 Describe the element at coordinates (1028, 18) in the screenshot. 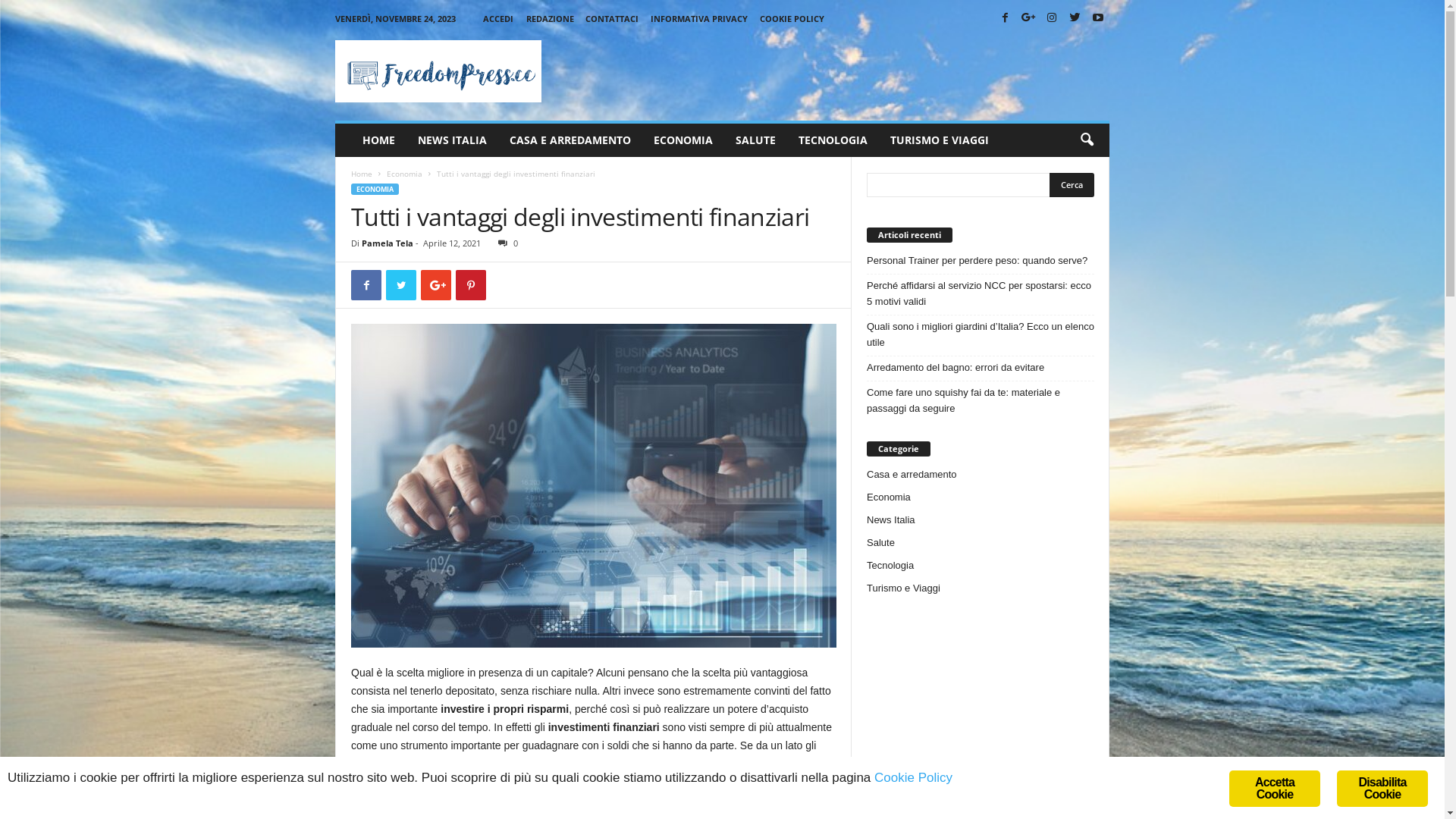

I see `'Google+'` at that location.